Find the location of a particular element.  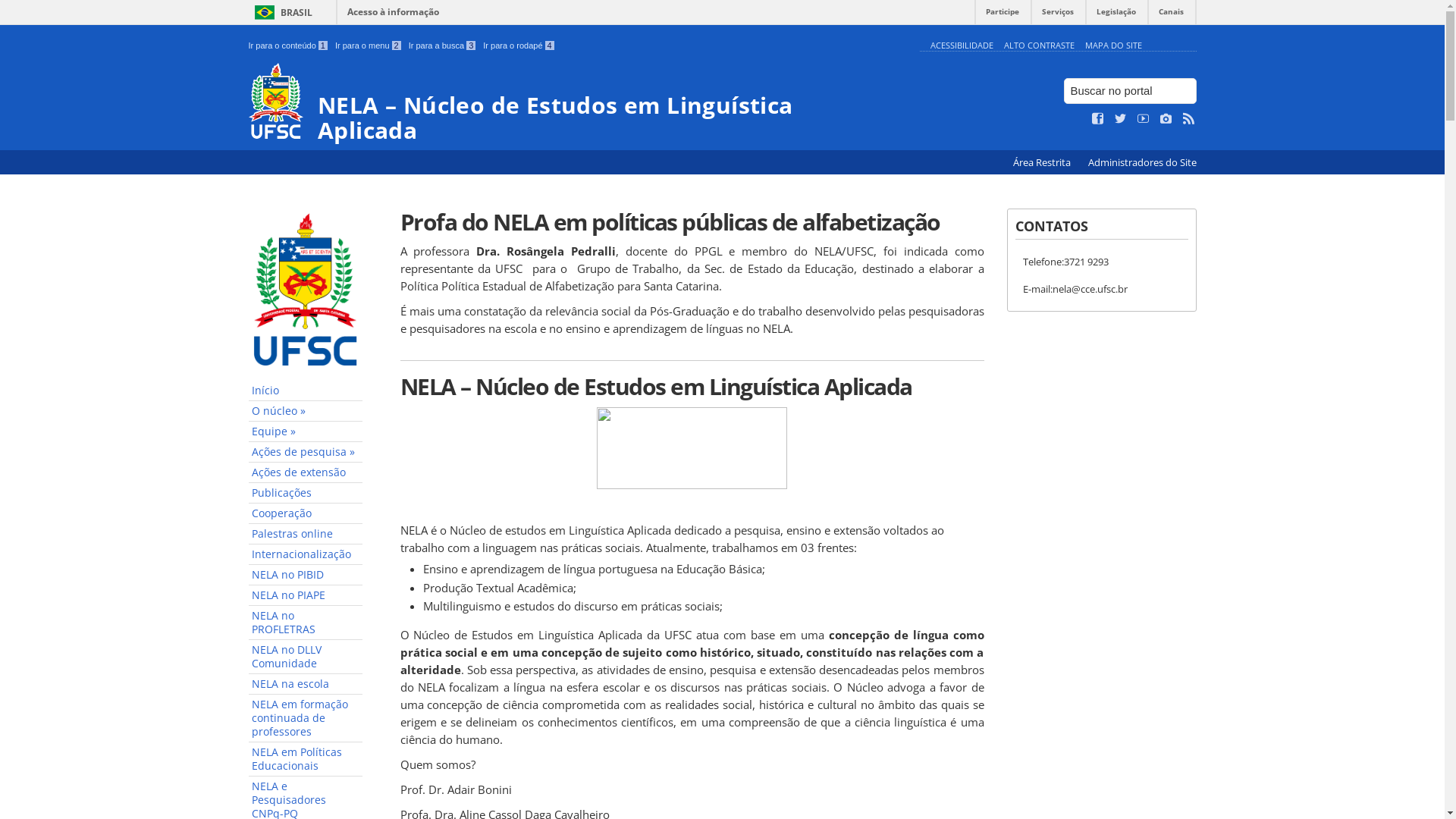

'BRASIL' is located at coordinates (248, 12).